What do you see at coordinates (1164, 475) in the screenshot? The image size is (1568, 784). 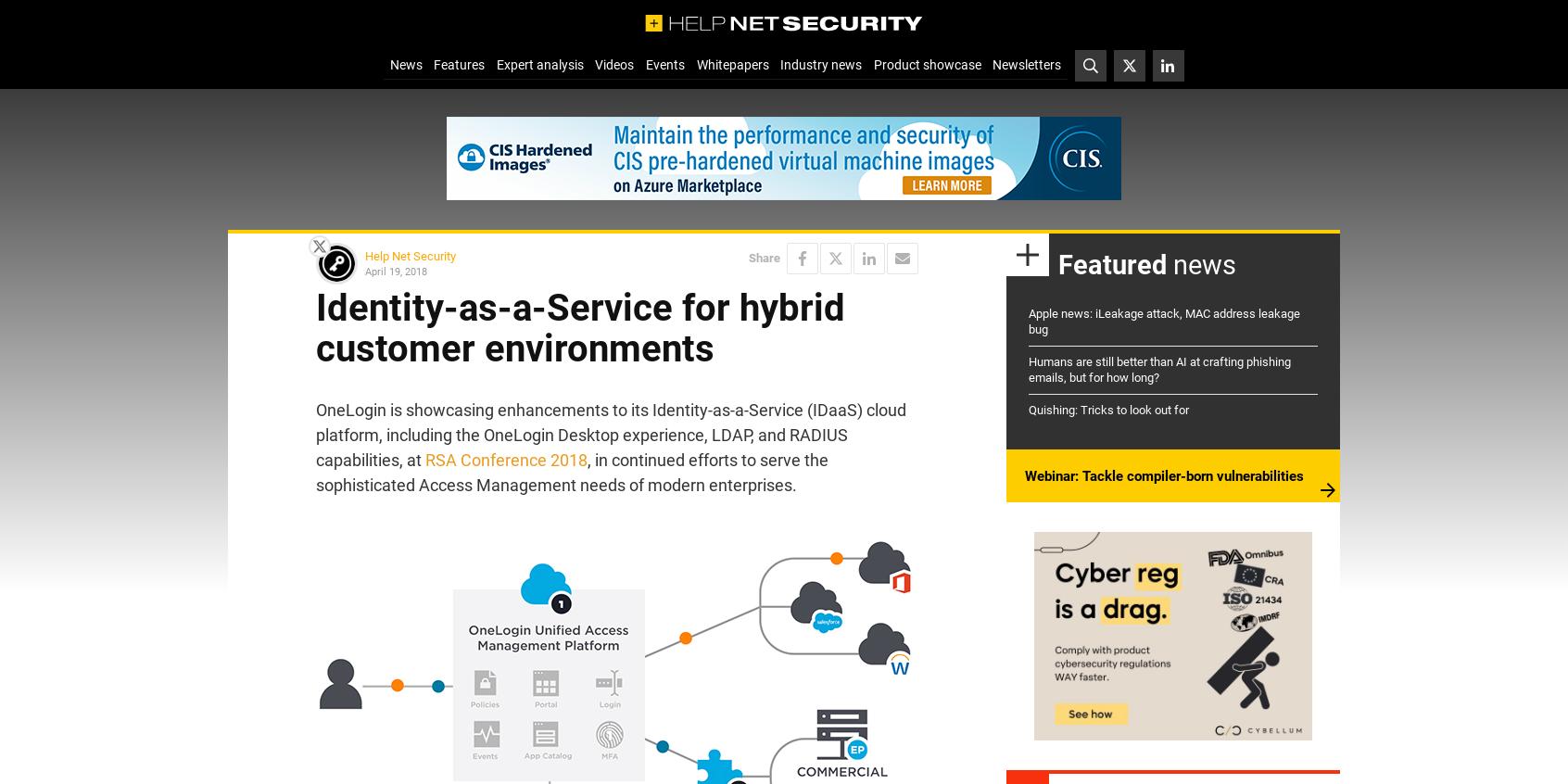 I see `'Webinar: Tackle compiler-born vulnerabilities'` at bounding box center [1164, 475].